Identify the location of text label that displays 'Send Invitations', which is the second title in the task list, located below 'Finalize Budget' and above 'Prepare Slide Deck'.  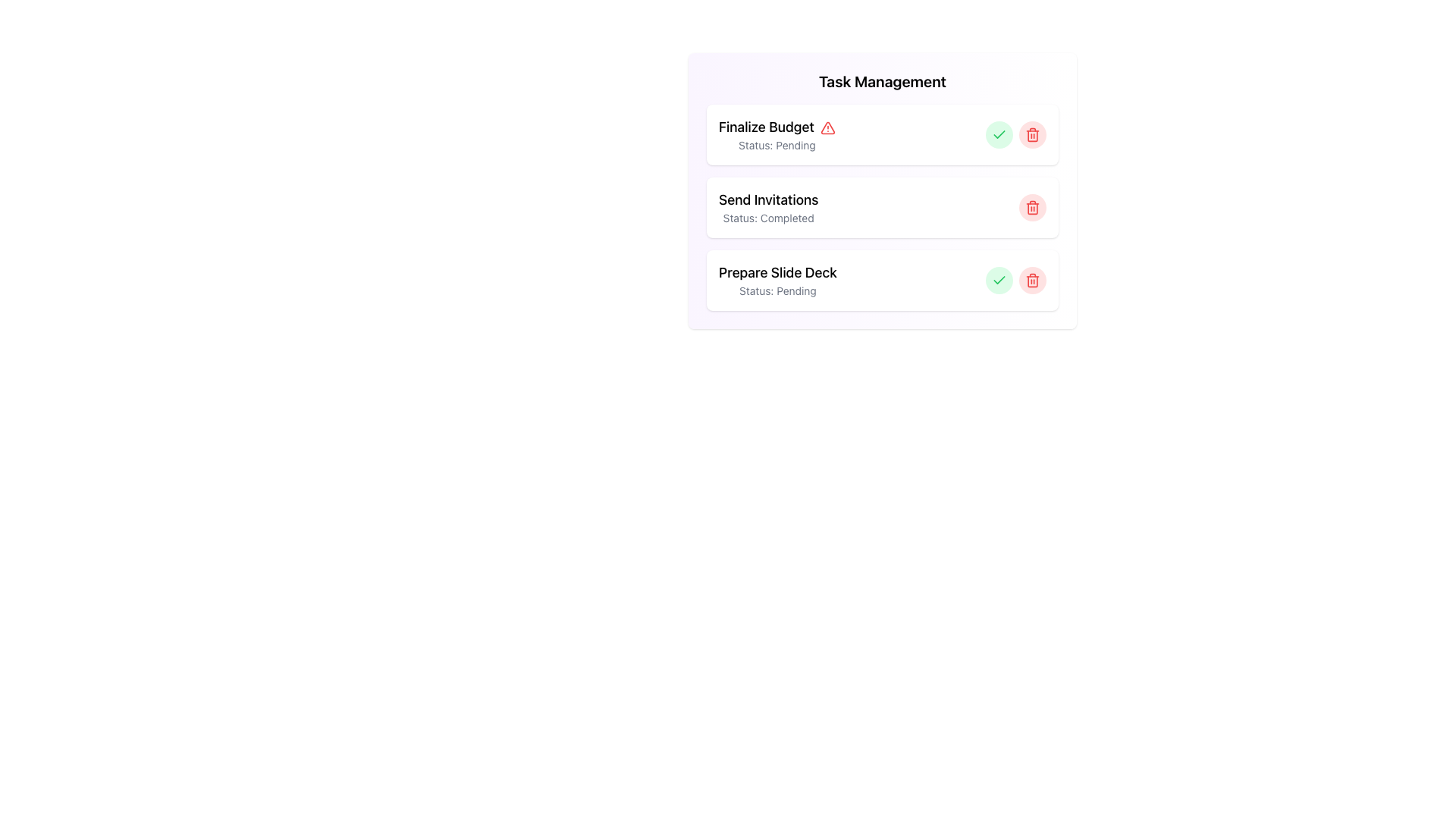
(768, 199).